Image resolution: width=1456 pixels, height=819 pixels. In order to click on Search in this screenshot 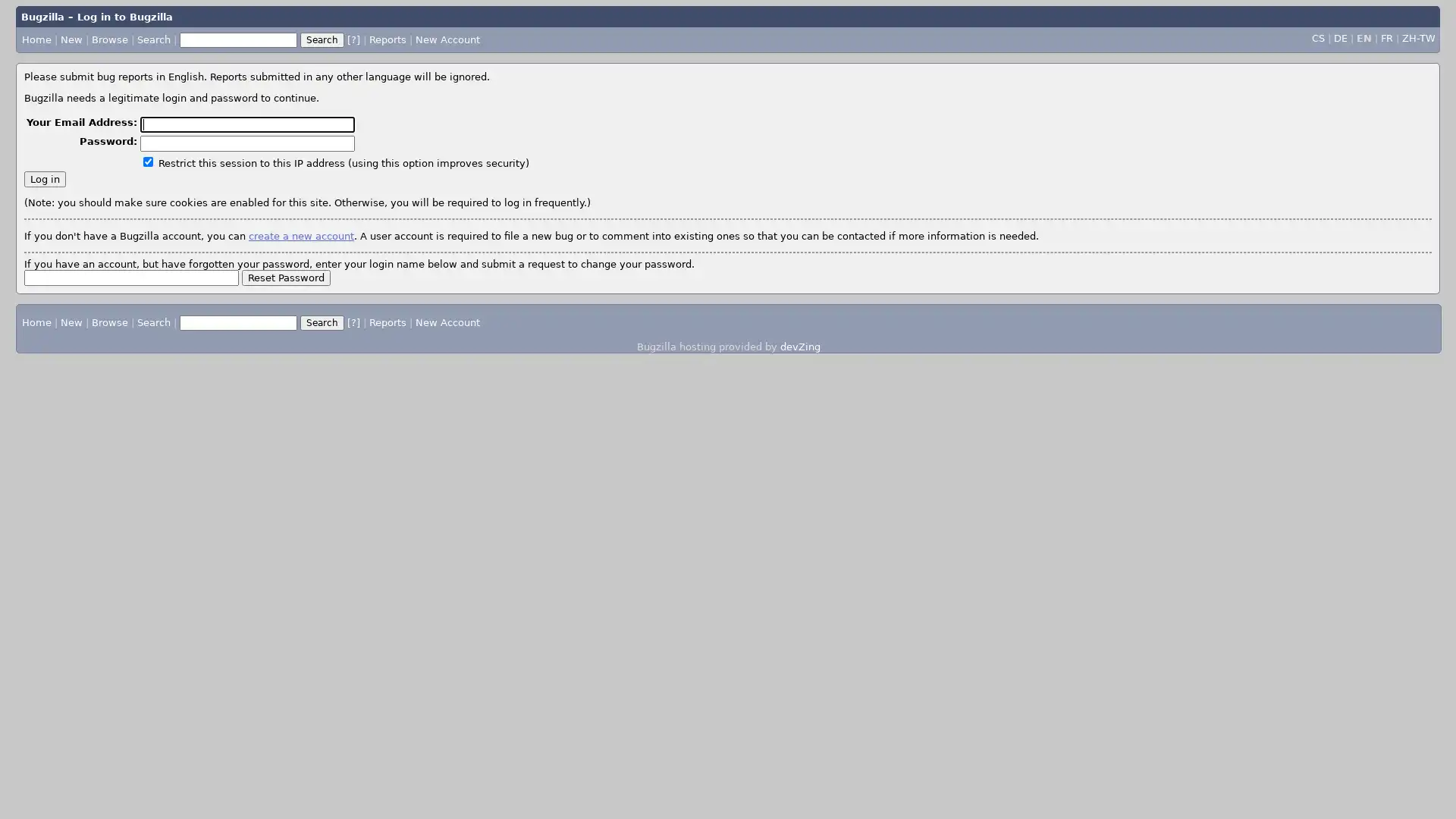, I will do `click(320, 38)`.